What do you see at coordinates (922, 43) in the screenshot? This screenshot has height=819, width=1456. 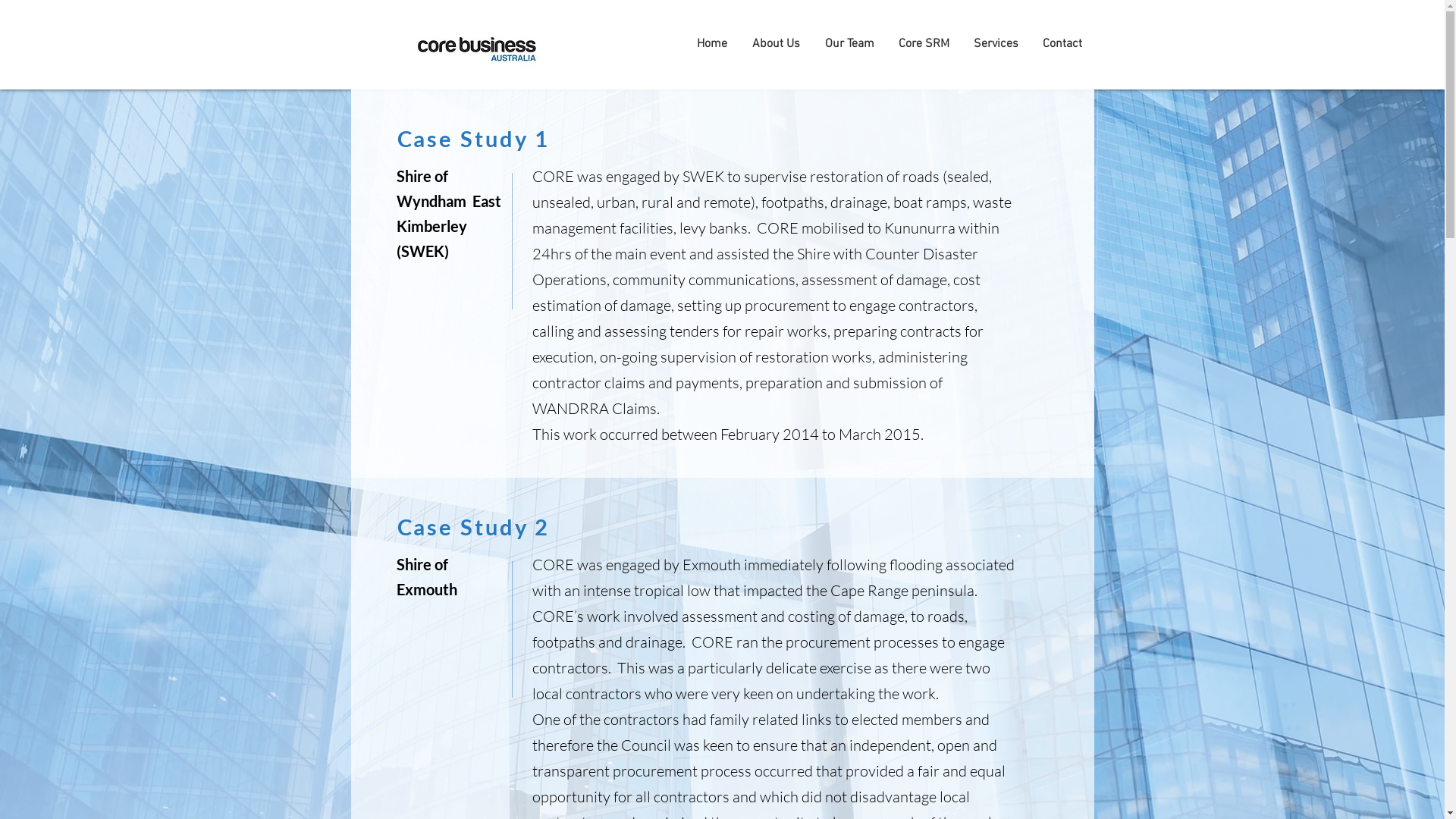 I see `'Core SRM'` at bounding box center [922, 43].